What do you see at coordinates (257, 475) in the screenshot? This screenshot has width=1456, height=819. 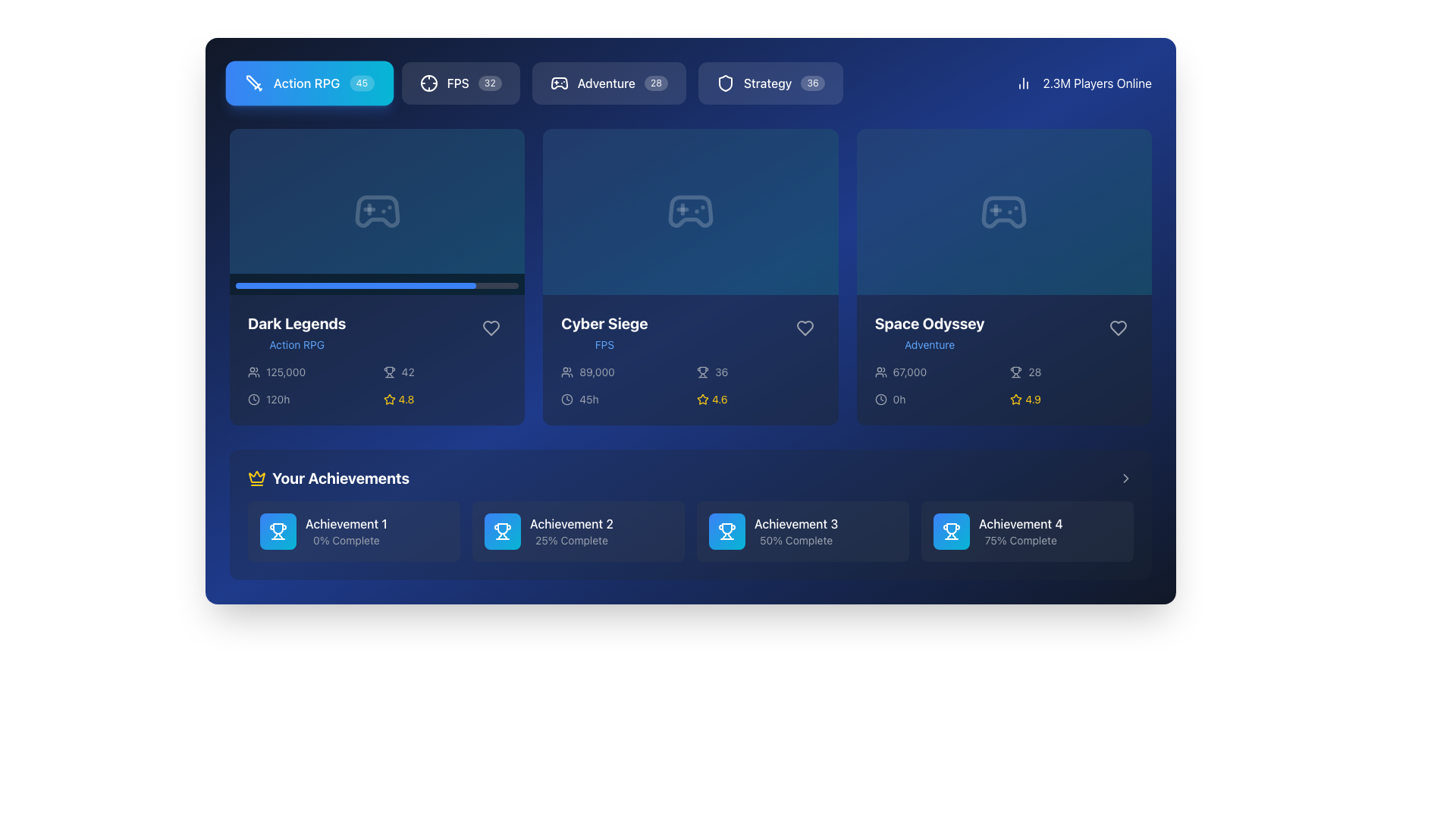 I see `the yellow stylized crown icon located in the 'Your Achievements' section, just to the left of the section title` at bounding box center [257, 475].